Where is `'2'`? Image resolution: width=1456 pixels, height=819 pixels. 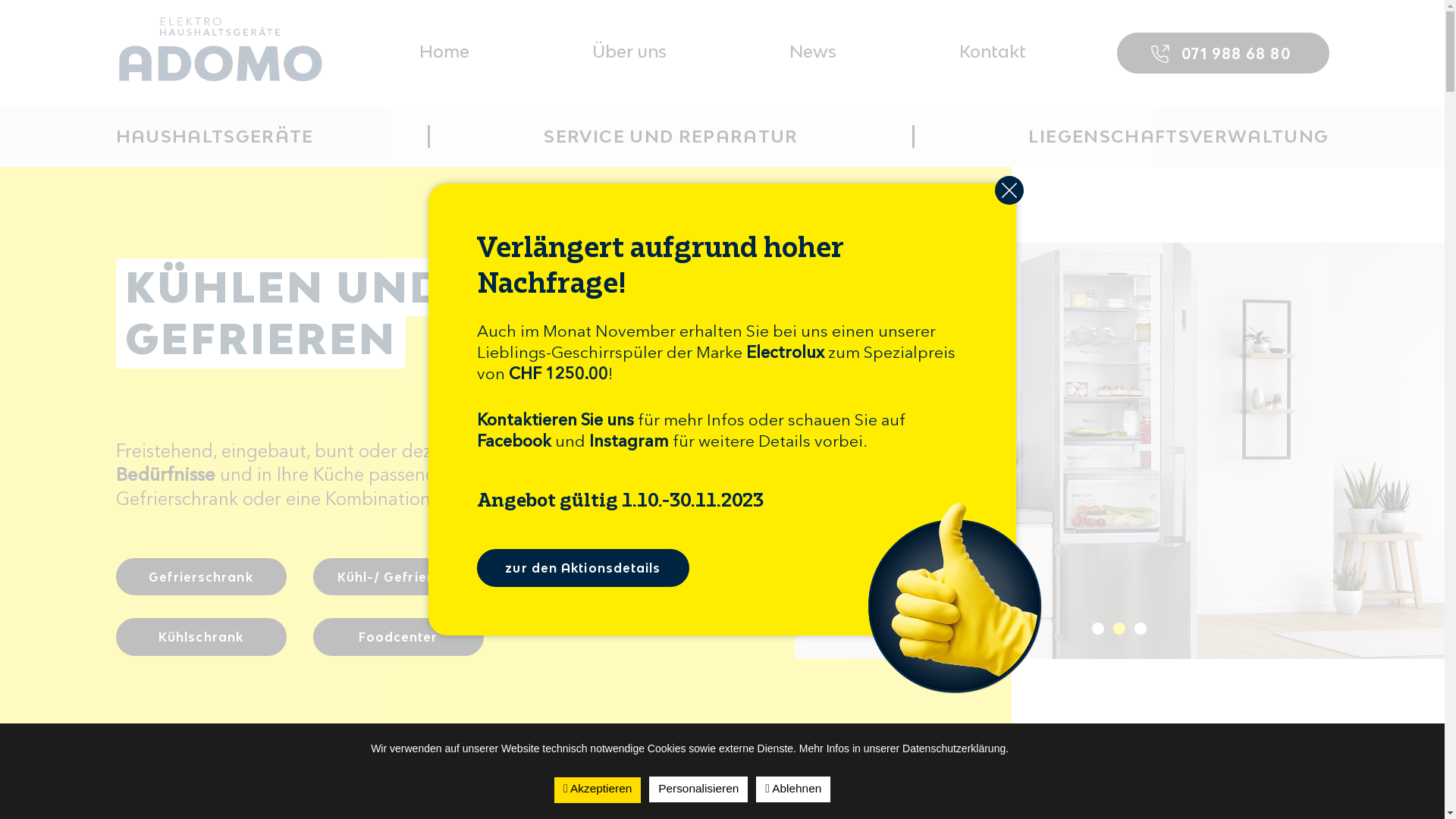 '2' is located at coordinates (1113, 629).